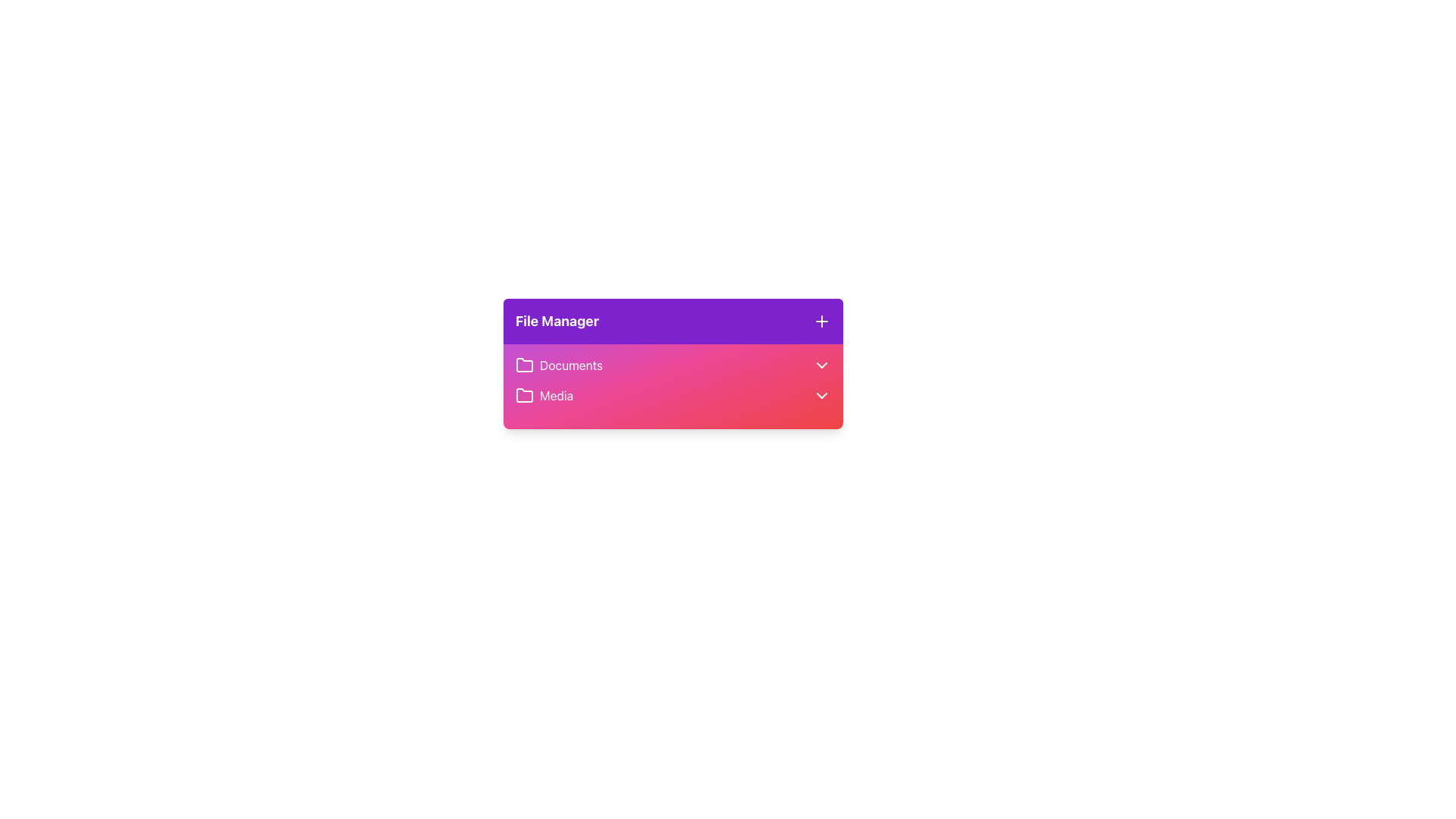 The image size is (1456, 819). Describe the element at coordinates (524, 394) in the screenshot. I see `the 'Media' icon located in the second row of the 'File Manager' card, positioned to the left of the 'Media' text and an arrow dropdown icon` at that location.